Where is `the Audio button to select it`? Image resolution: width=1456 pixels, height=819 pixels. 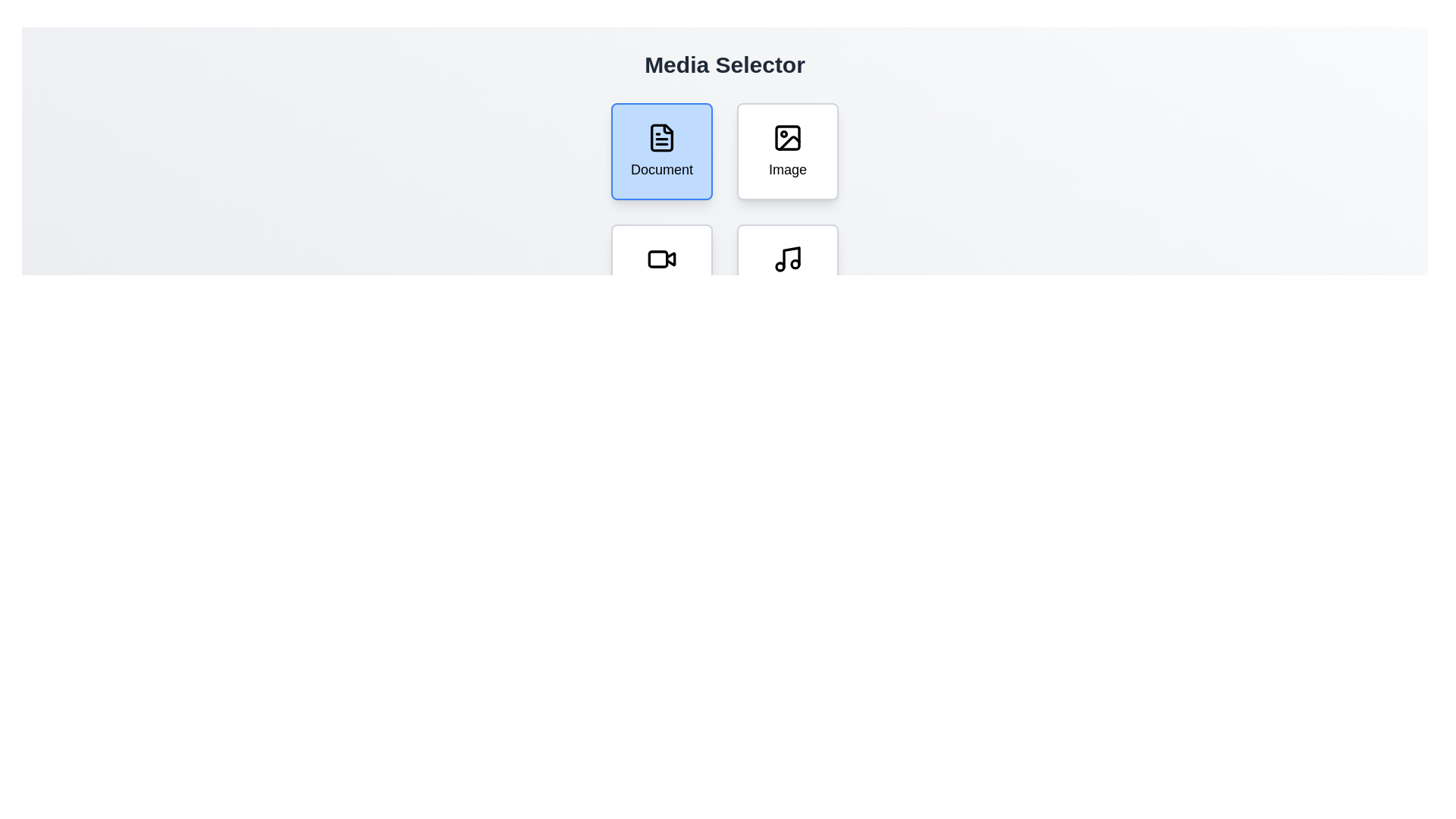
the Audio button to select it is located at coordinates (788, 271).